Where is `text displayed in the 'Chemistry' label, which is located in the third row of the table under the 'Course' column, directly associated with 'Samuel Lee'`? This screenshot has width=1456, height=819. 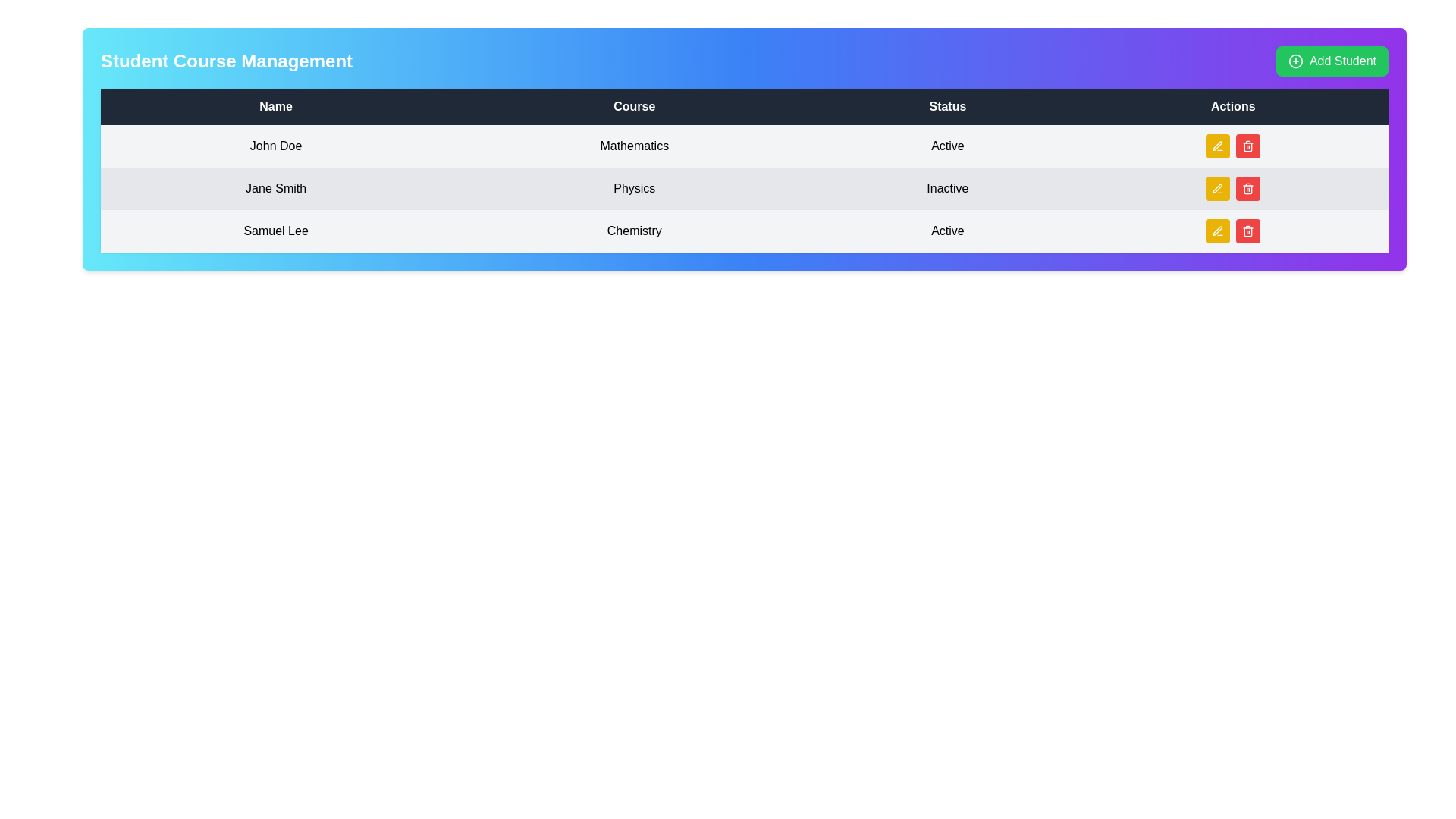
text displayed in the 'Chemistry' label, which is located in the third row of the table under the 'Course' column, directly associated with 'Samuel Lee' is located at coordinates (634, 231).